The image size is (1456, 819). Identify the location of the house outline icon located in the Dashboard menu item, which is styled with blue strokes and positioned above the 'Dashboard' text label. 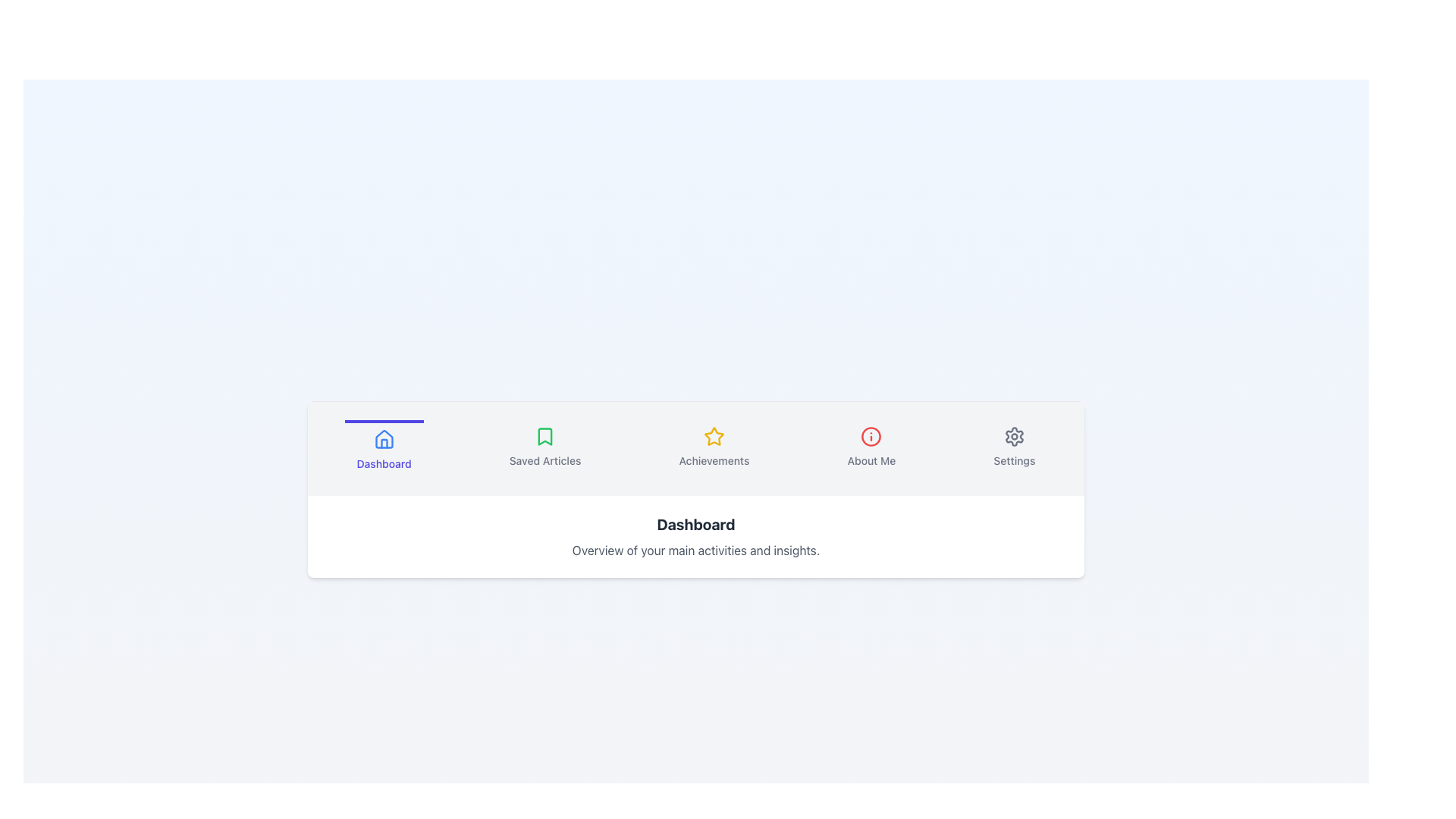
(384, 438).